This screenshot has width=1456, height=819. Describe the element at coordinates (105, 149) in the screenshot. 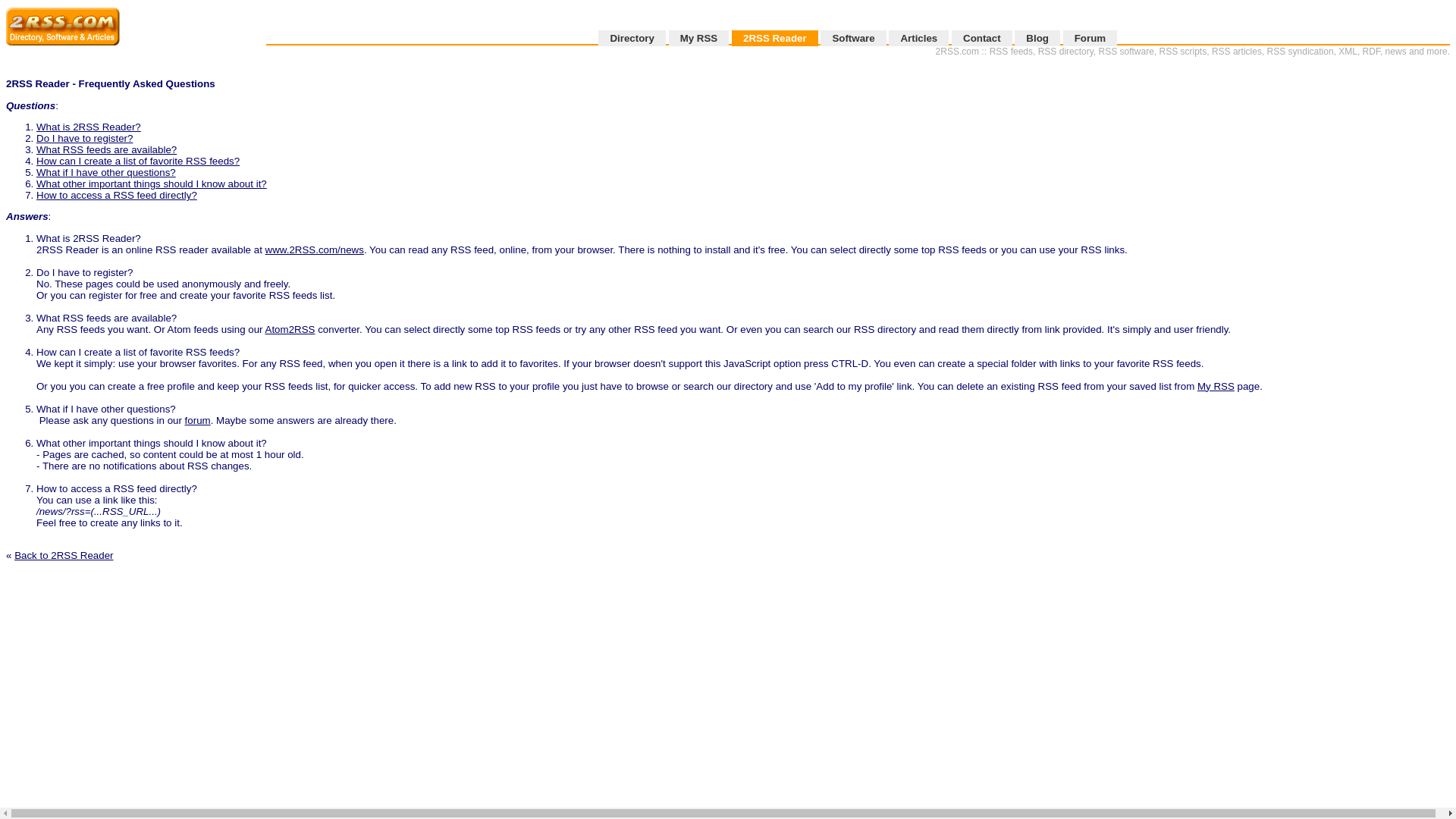

I see `'What RSS feeds are available?'` at that location.